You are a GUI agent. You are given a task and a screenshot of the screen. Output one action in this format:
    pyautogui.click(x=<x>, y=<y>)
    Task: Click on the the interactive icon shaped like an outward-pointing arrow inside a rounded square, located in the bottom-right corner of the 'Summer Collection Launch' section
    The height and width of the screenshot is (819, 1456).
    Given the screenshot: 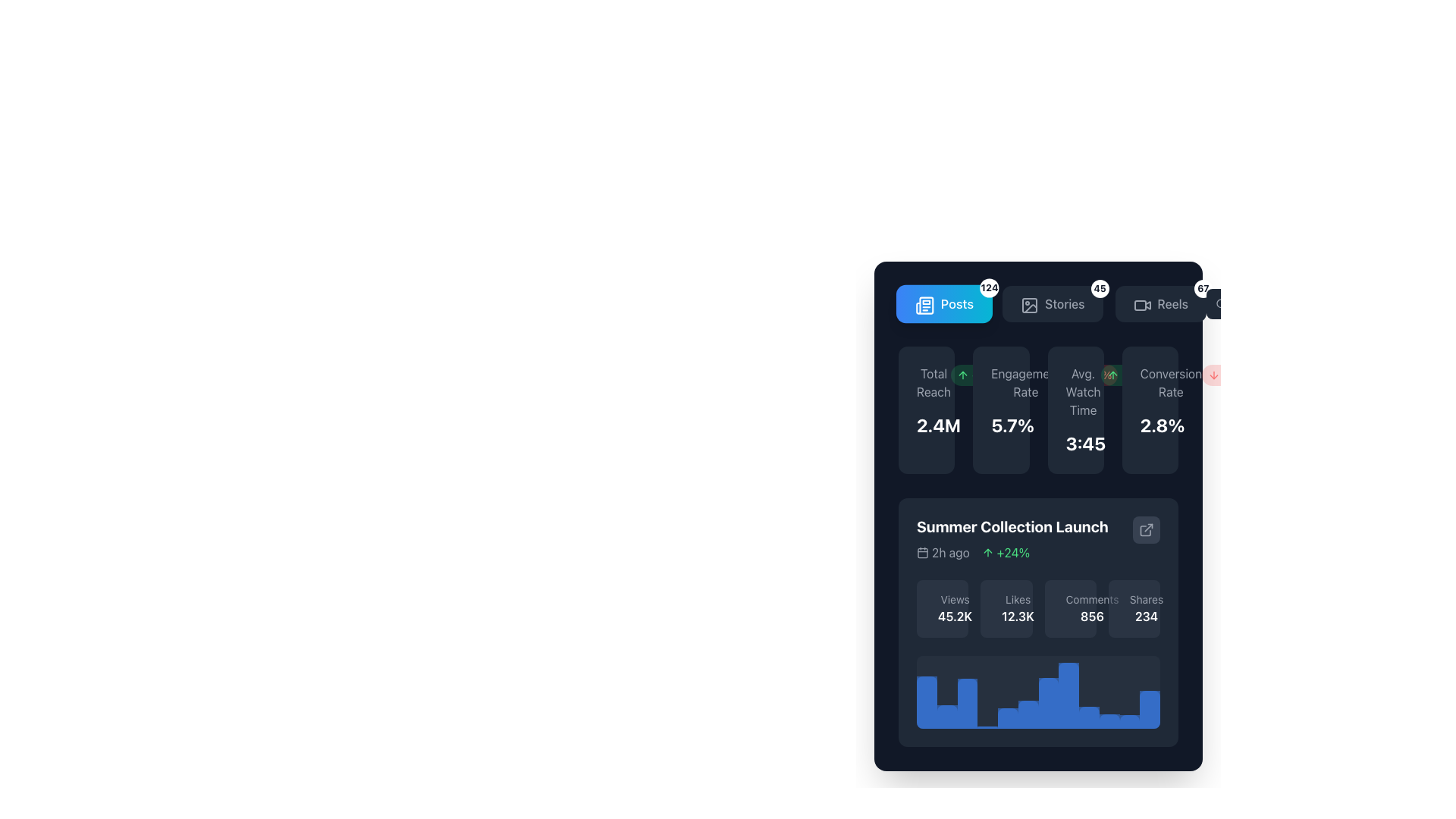 What is the action you would take?
    pyautogui.click(x=1147, y=529)
    